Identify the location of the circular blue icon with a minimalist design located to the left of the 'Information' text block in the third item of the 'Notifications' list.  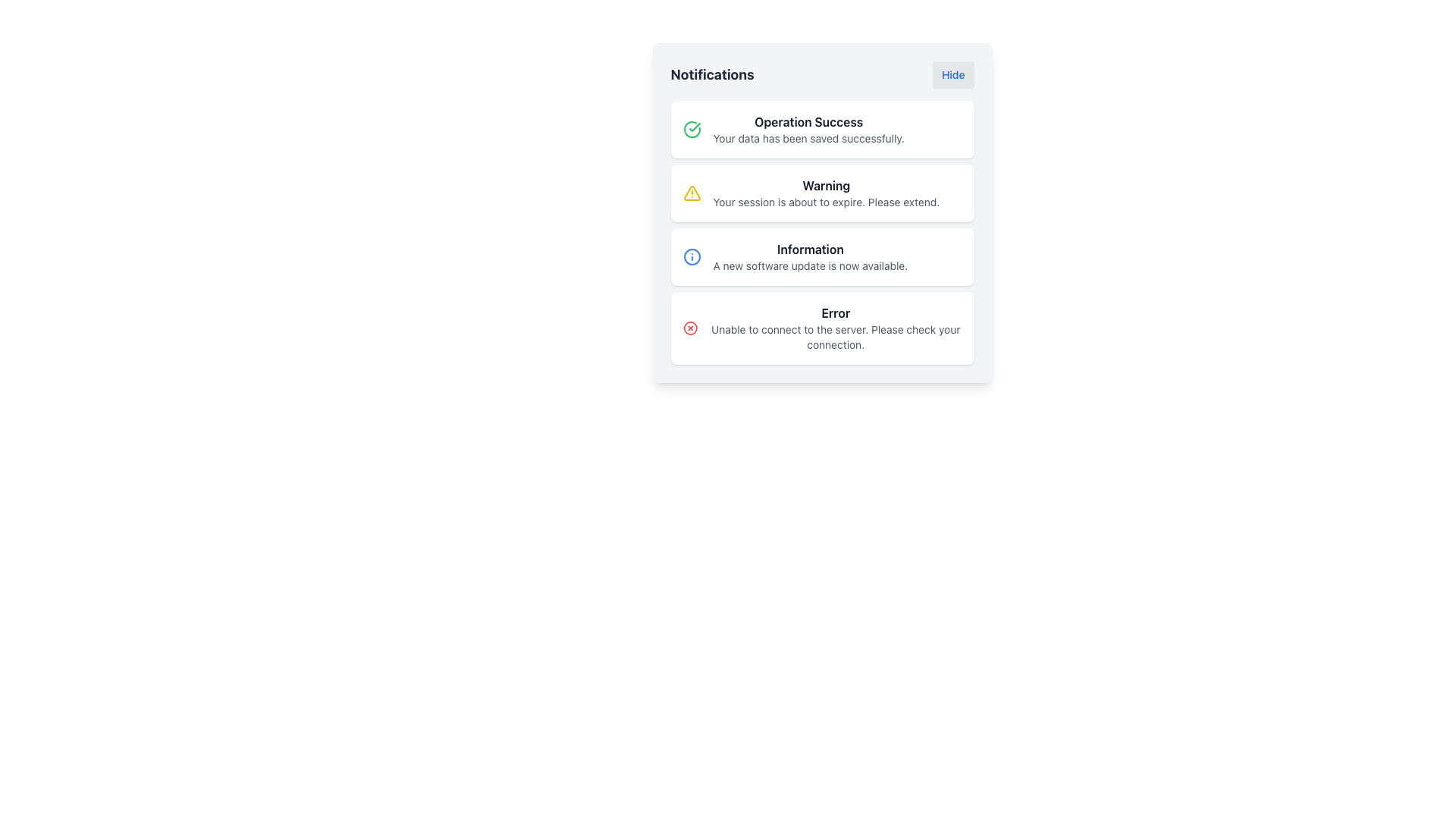
(691, 256).